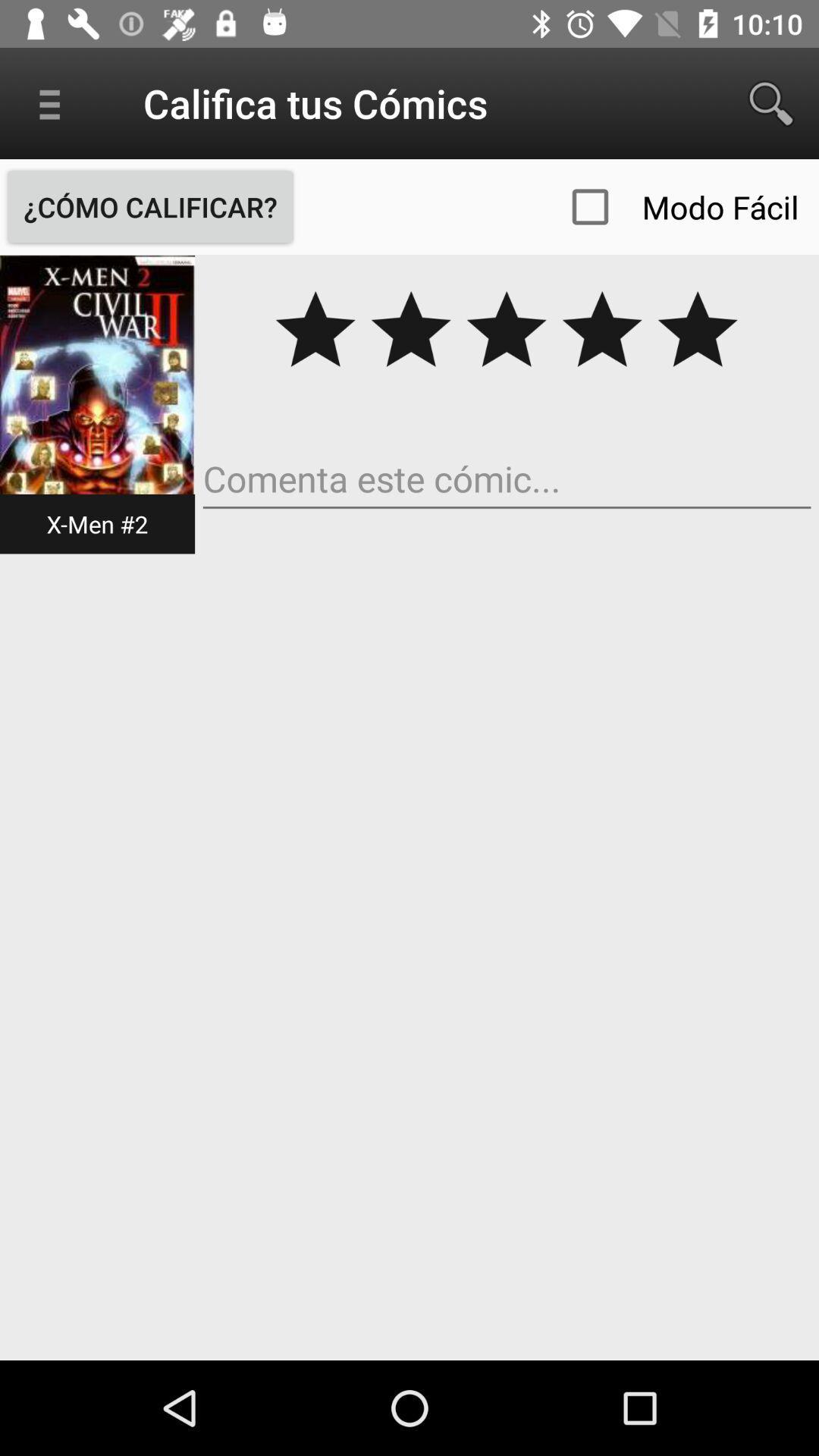 The height and width of the screenshot is (1456, 819). I want to click on screenshot of xmen civilwar2, so click(97, 403).